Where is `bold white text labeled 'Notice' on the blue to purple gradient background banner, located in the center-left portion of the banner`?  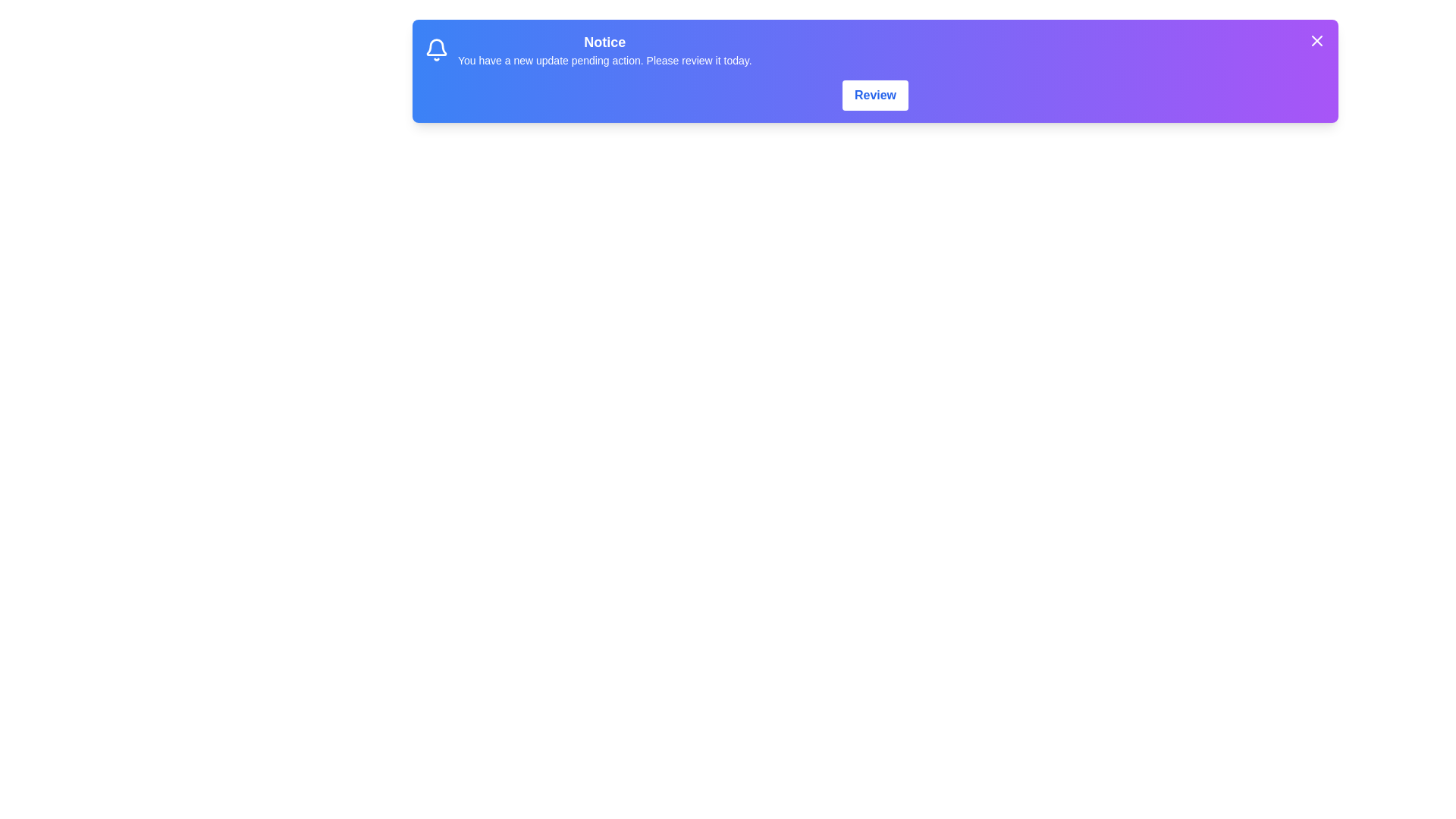 bold white text labeled 'Notice' on the blue to purple gradient background banner, located in the center-left portion of the banner is located at coordinates (604, 42).